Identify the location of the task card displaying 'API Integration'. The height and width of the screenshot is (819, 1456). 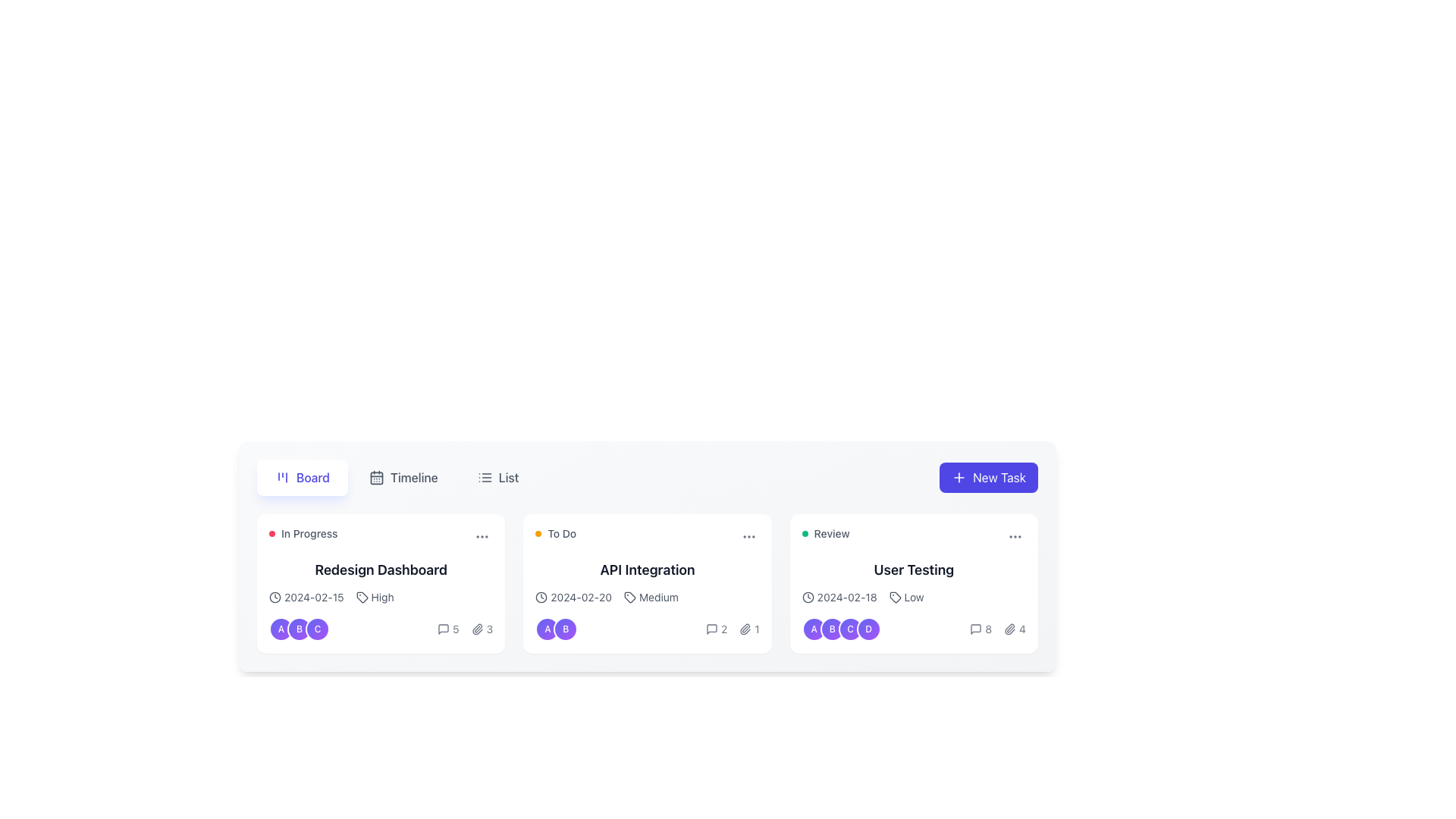
(648, 583).